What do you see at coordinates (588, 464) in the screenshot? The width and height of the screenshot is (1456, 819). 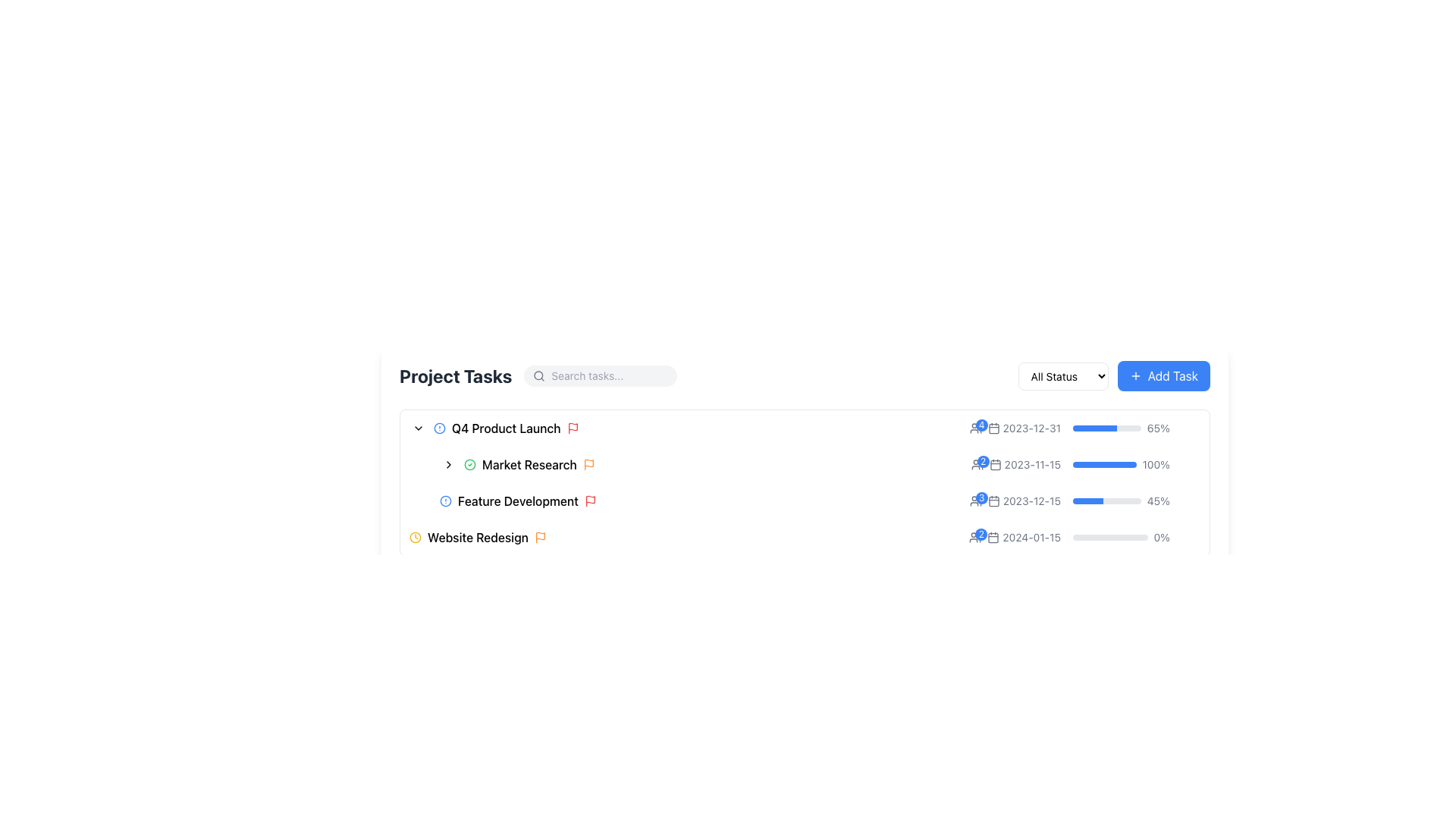 I see `the flag icon next to the 'Market Research' label` at bounding box center [588, 464].